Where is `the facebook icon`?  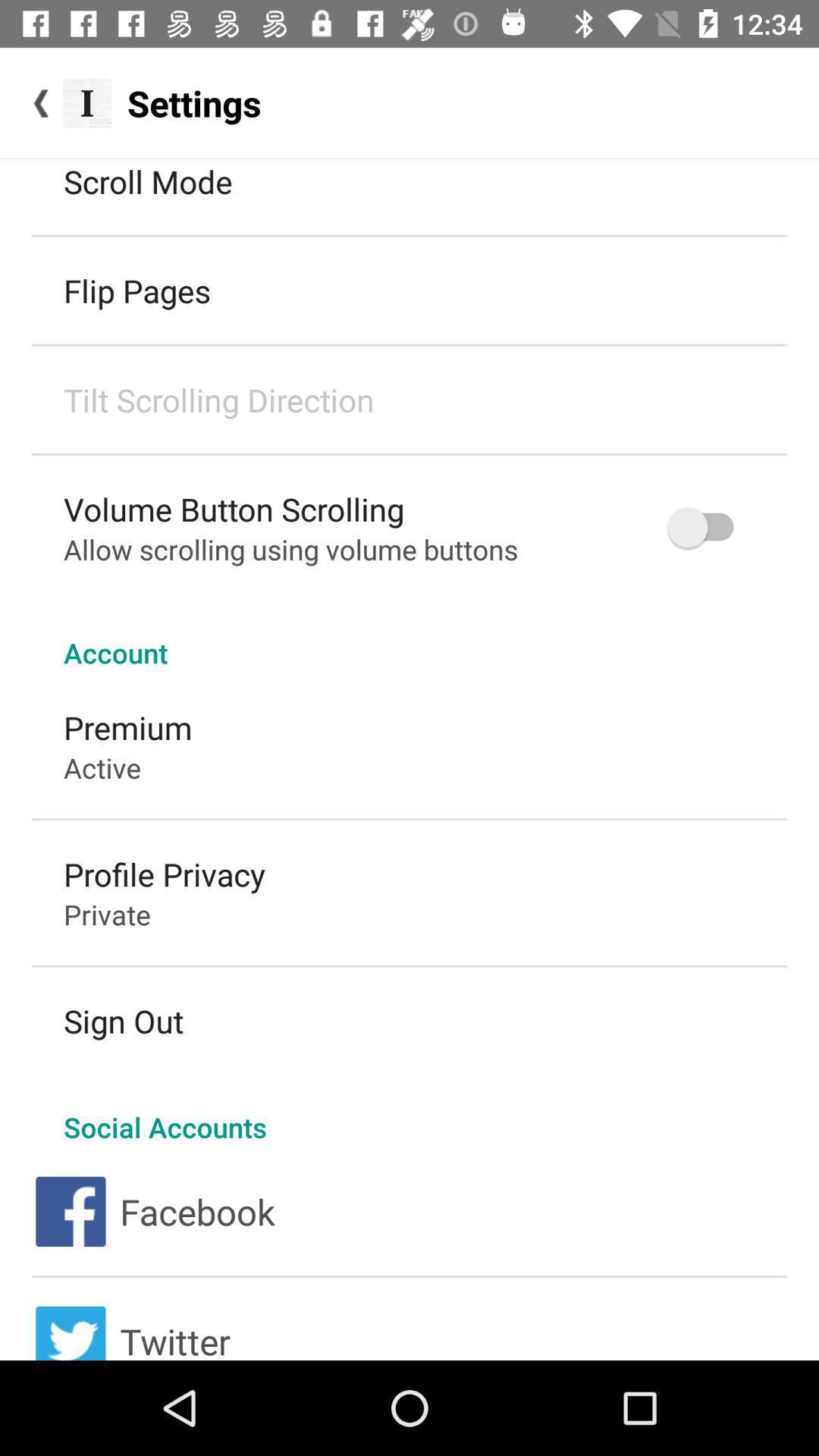
the facebook icon is located at coordinates (196, 1210).